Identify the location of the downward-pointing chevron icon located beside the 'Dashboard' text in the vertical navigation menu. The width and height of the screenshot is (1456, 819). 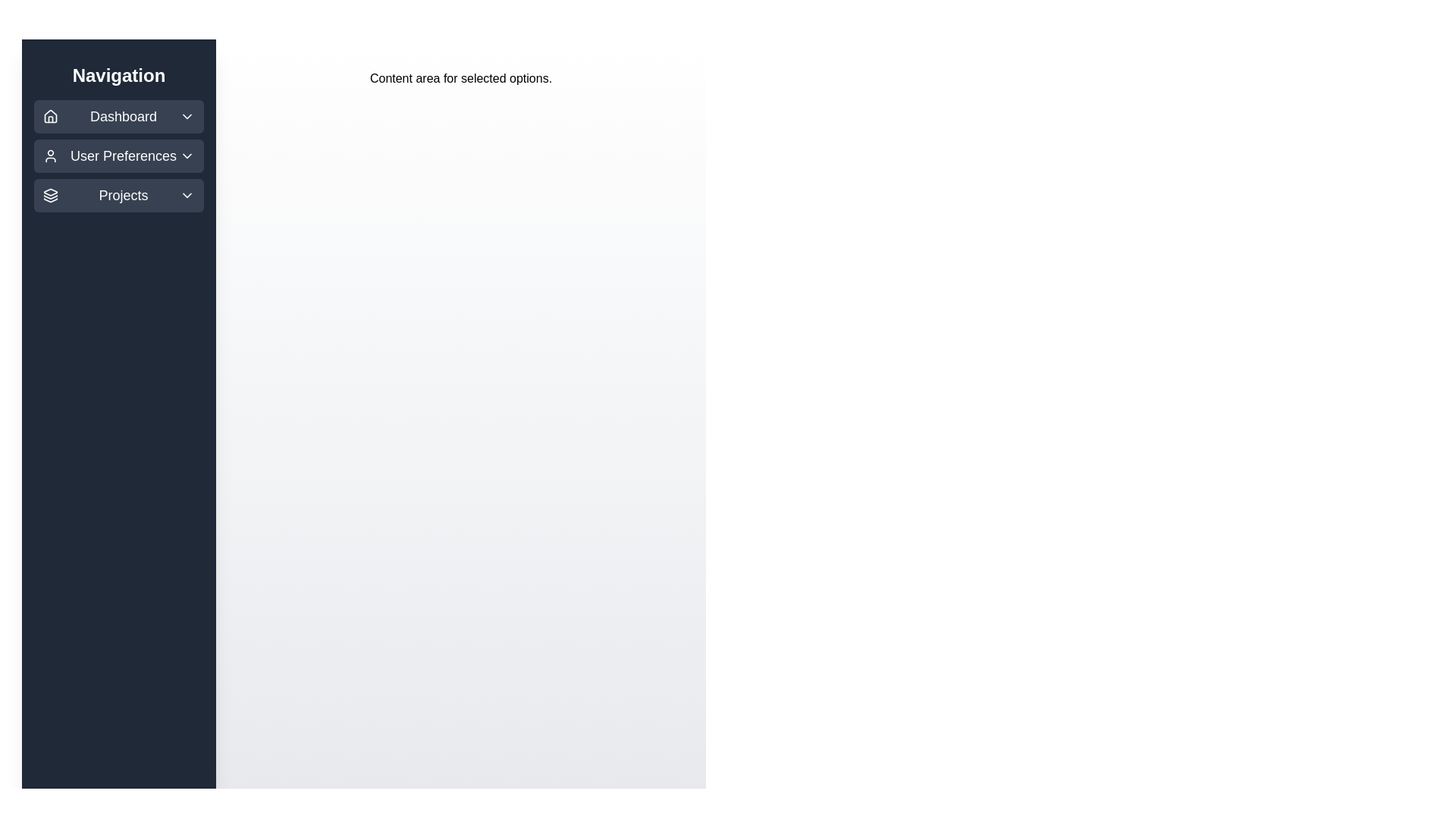
(186, 116).